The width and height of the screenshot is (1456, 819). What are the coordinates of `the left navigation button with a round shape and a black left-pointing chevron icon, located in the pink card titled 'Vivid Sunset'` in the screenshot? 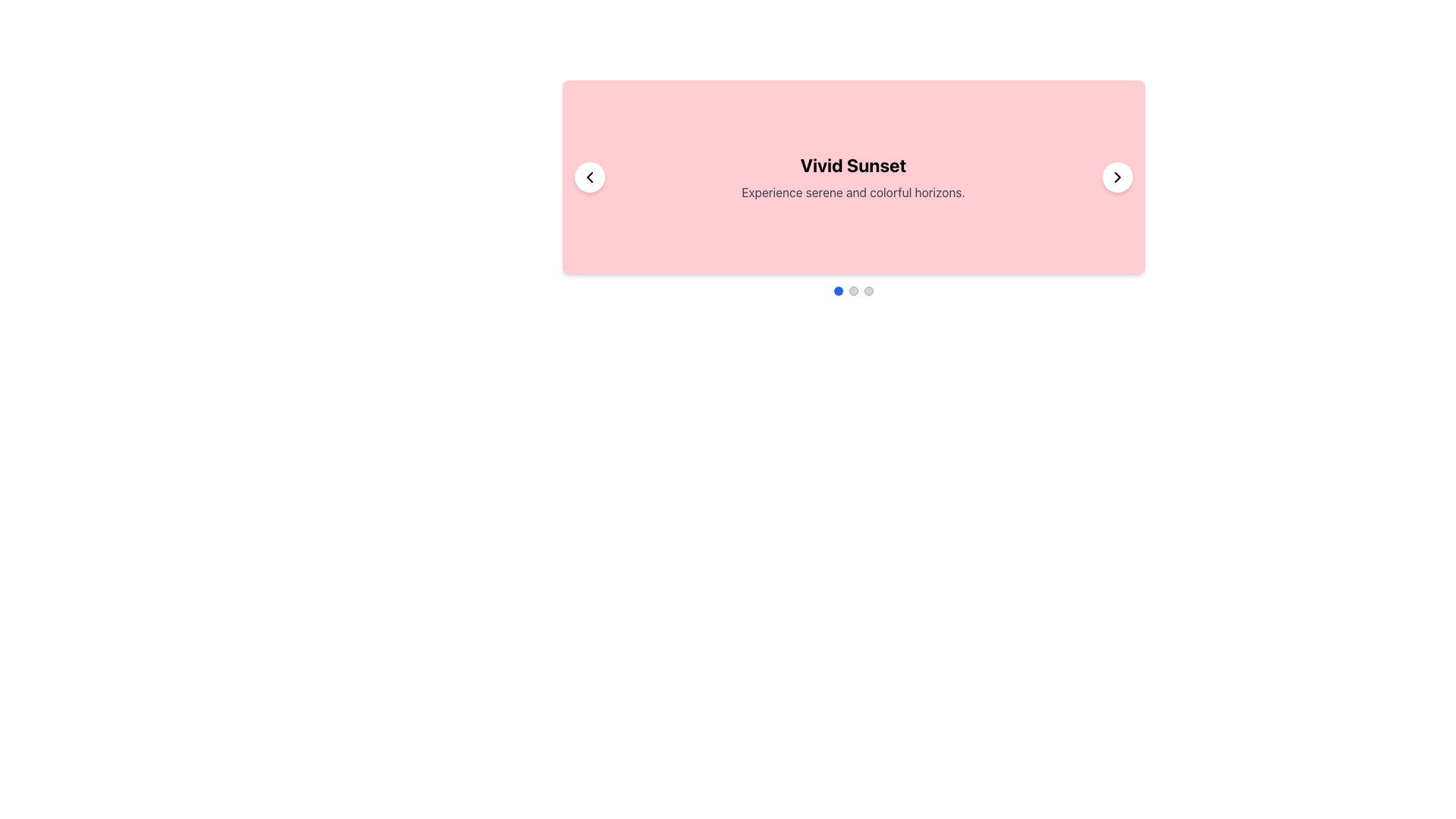 It's located at (588, 177).